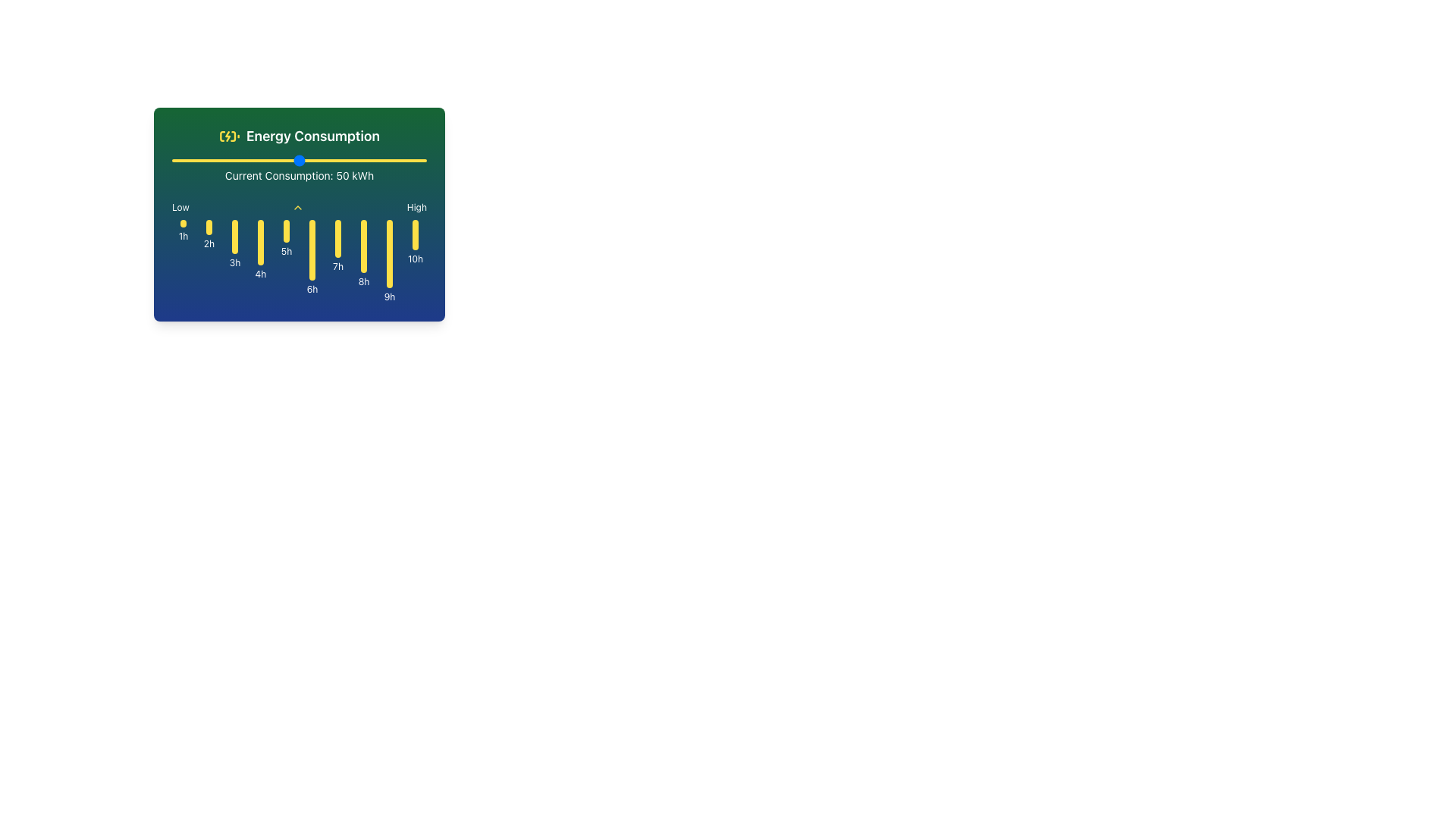  Describe the element at coordinates (261, 260) in the screenshot. I see `the fourth vertical yellow Graphical Data Bar positioned above the text '4h'` at that location.